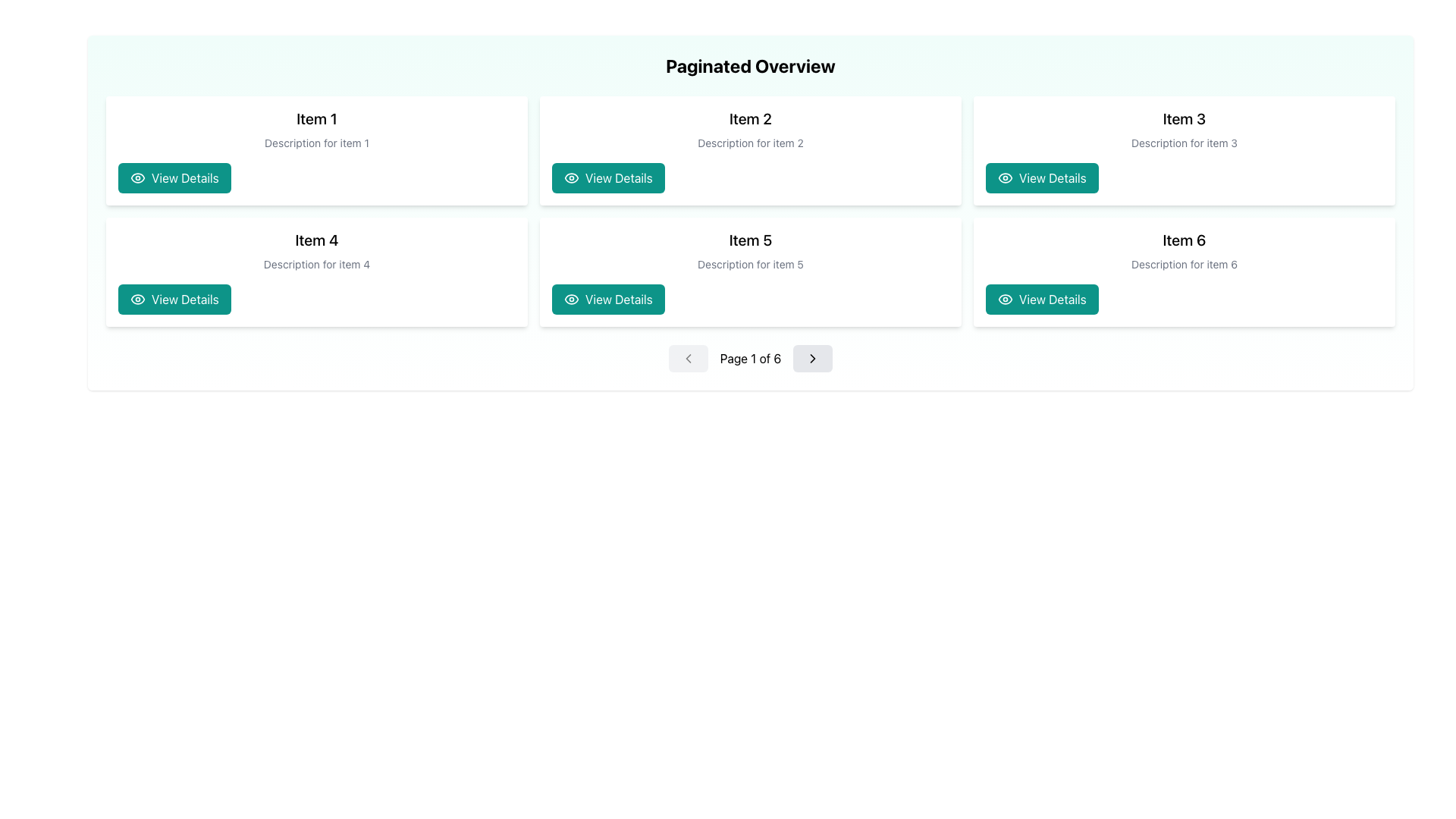  What do you see at coordinates (750, 151) in the screenshot?
I see `the second card in the grid layout displaying 'Item 2', which contains a description and a green 'View Details' button` at bounding box center [750, 151].